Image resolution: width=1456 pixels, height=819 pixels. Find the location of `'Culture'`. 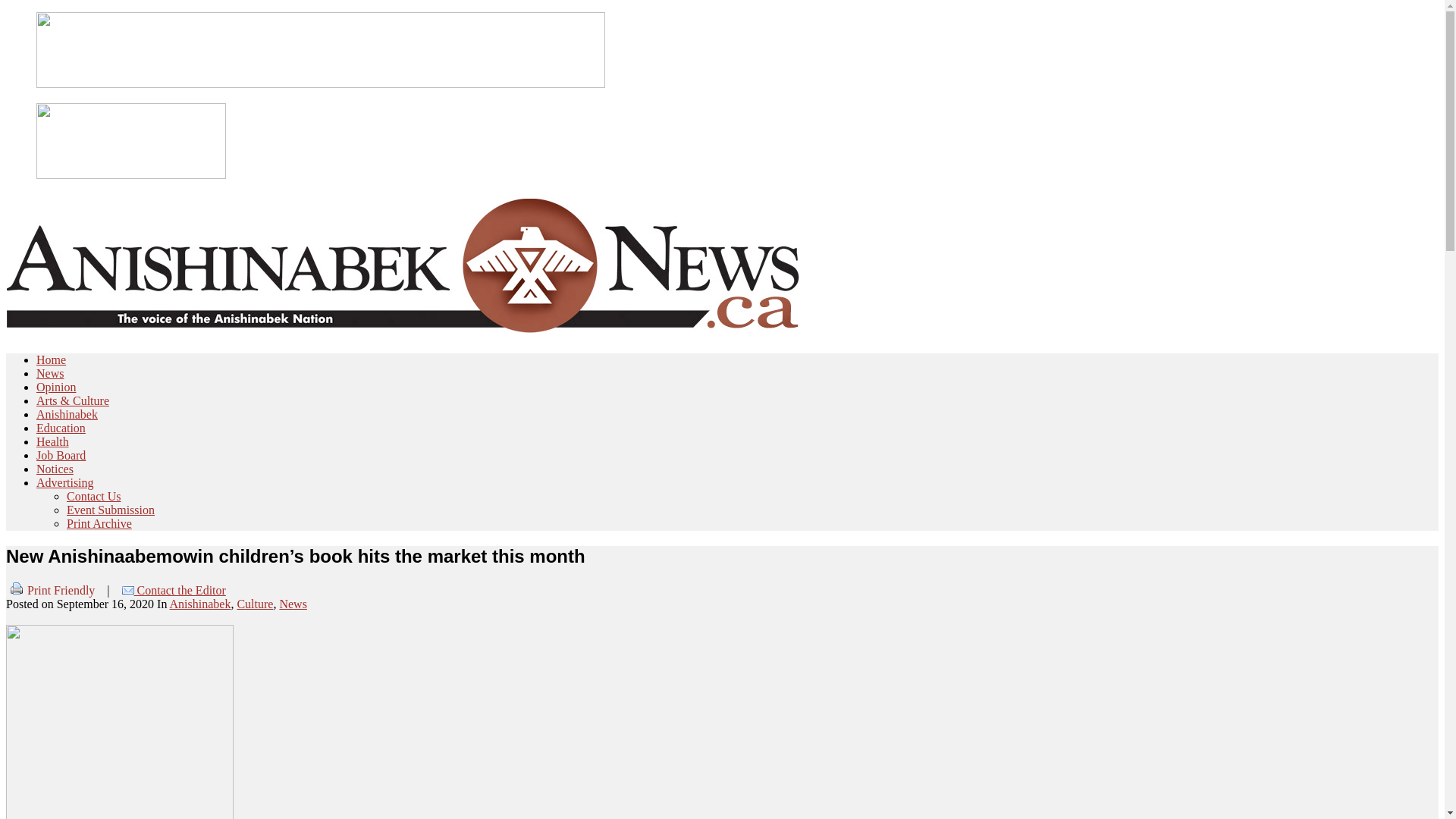

'Culture' is located at coordinates (255, 603).